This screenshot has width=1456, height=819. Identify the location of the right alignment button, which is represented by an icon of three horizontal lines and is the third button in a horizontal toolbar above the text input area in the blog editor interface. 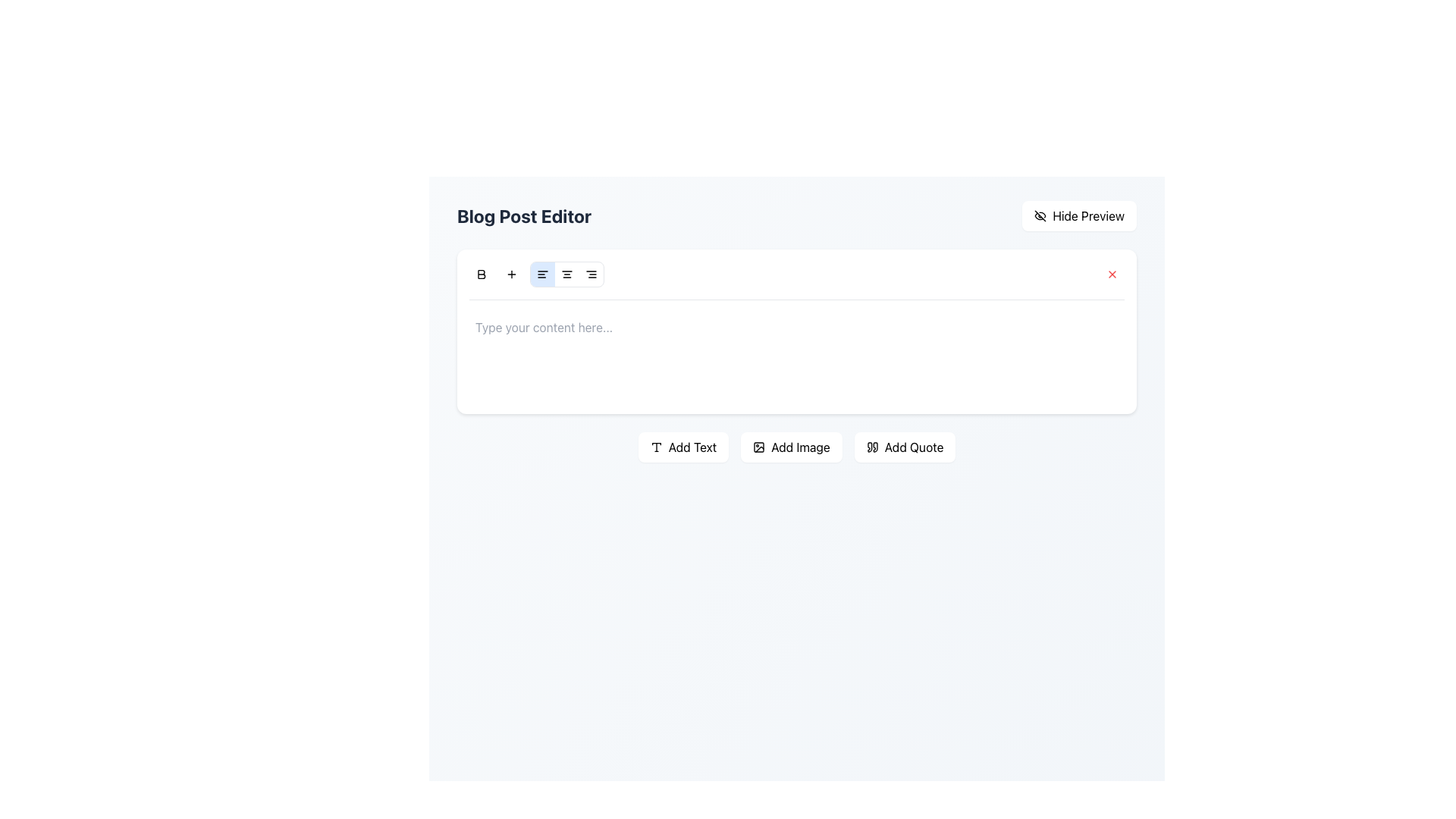
(590, 275).